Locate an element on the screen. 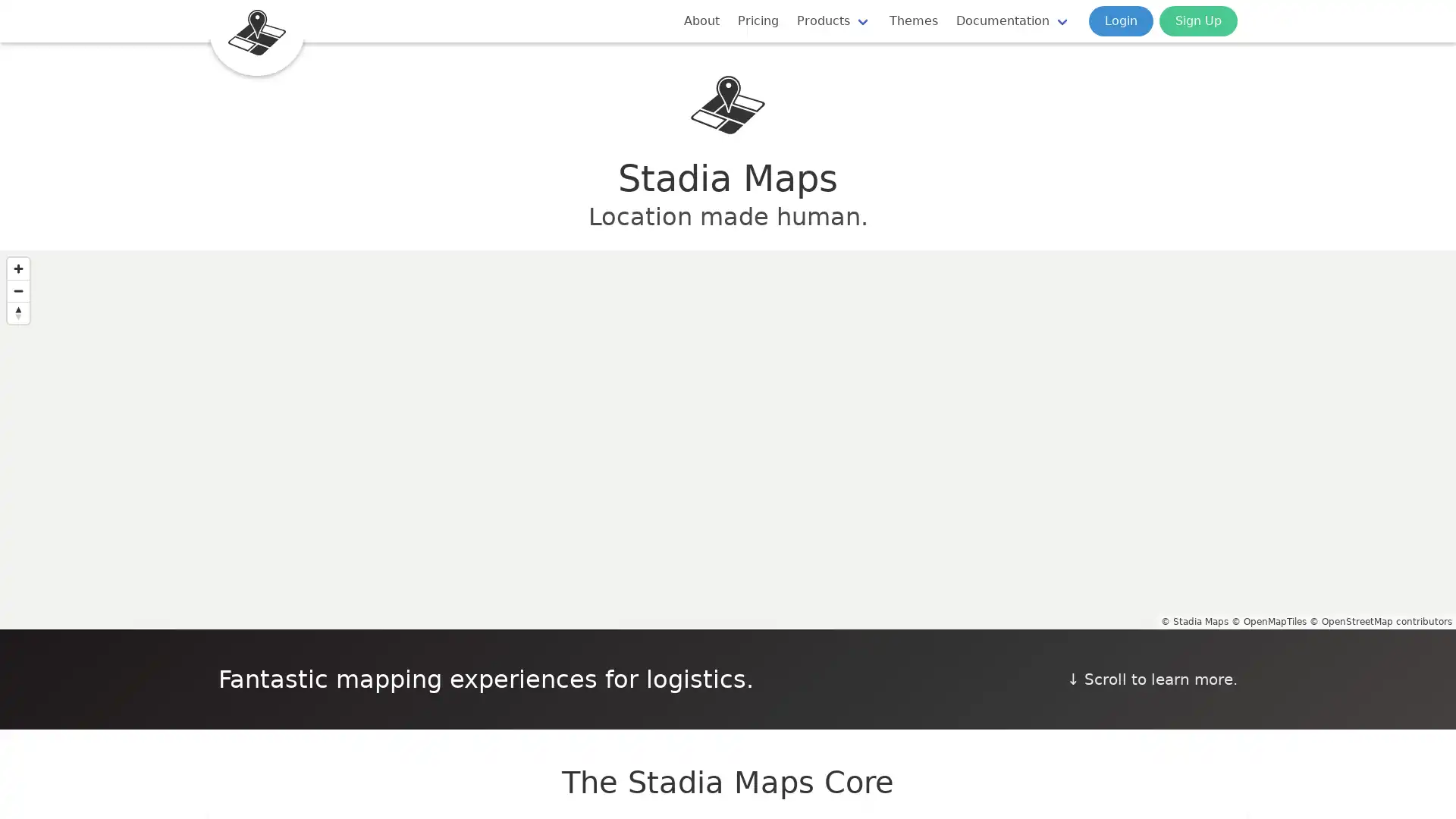 The height and width of the screenshot is (819, 1456). Reset bearing to north is located at coordinates (18, 312).